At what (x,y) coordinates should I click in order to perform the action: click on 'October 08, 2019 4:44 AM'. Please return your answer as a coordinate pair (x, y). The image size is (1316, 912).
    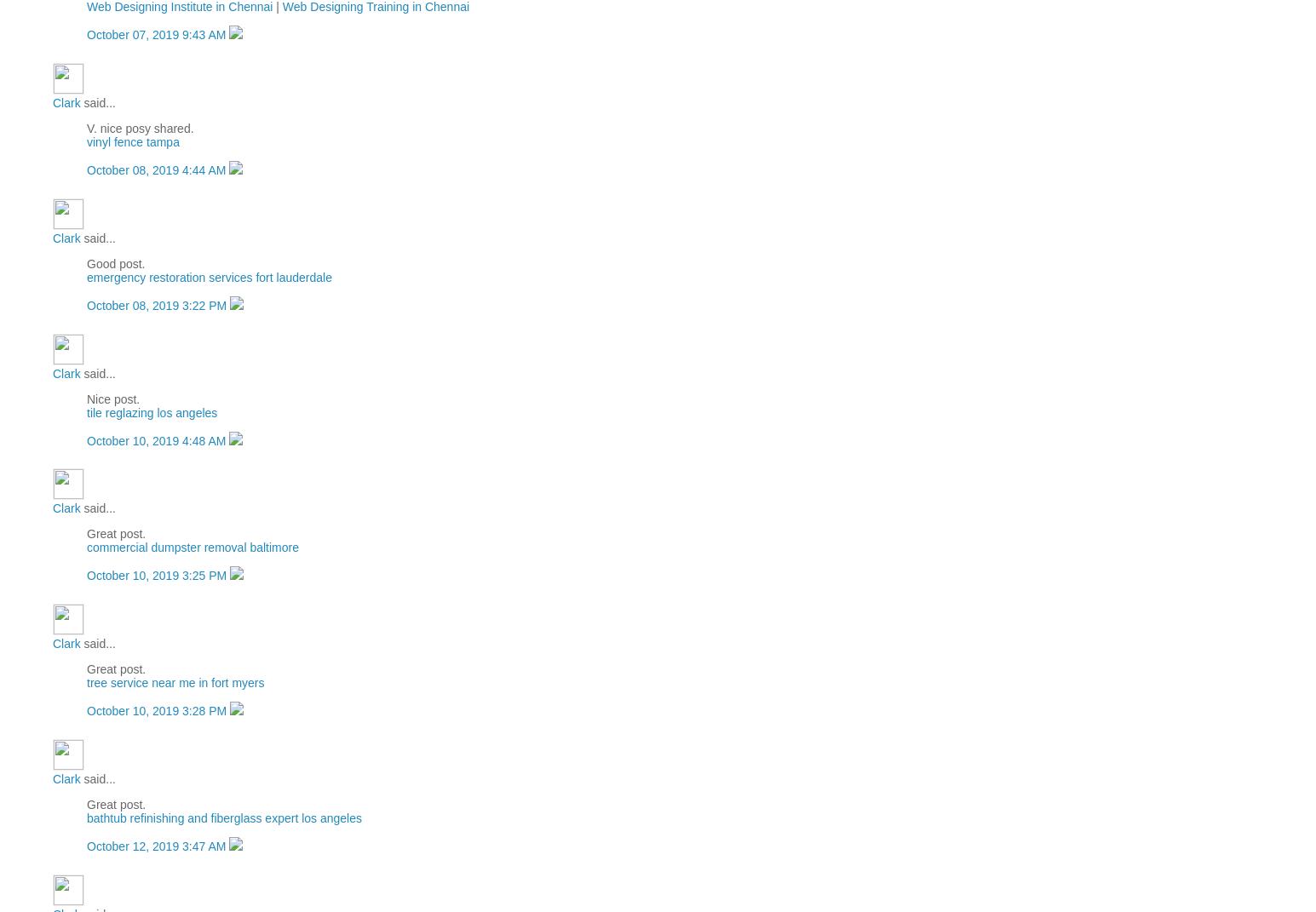
    Looking at the image, I should click on (158, 168).